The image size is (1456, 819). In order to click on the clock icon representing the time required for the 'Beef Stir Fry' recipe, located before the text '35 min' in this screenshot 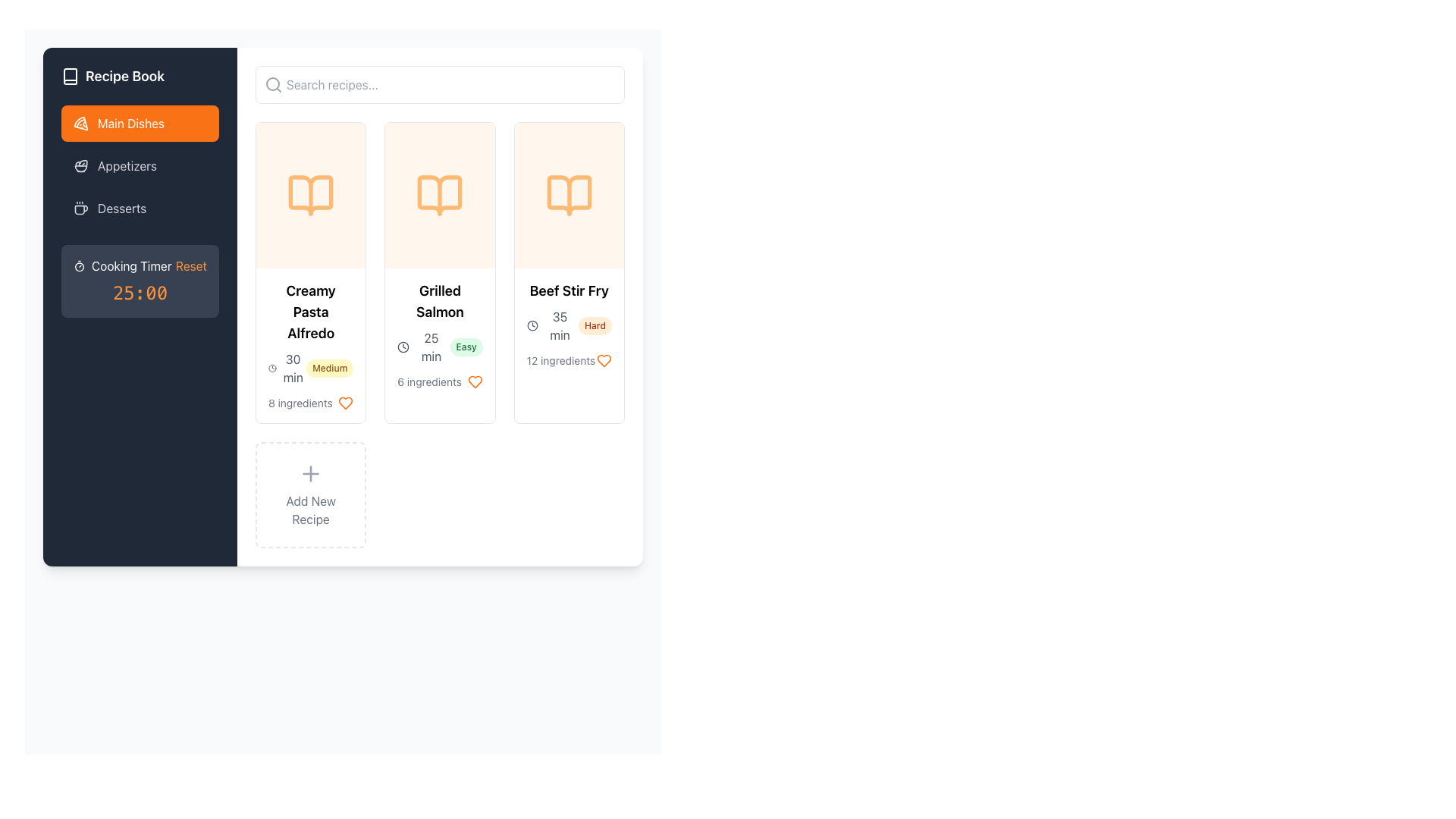, I will do `click(532, 325)`.